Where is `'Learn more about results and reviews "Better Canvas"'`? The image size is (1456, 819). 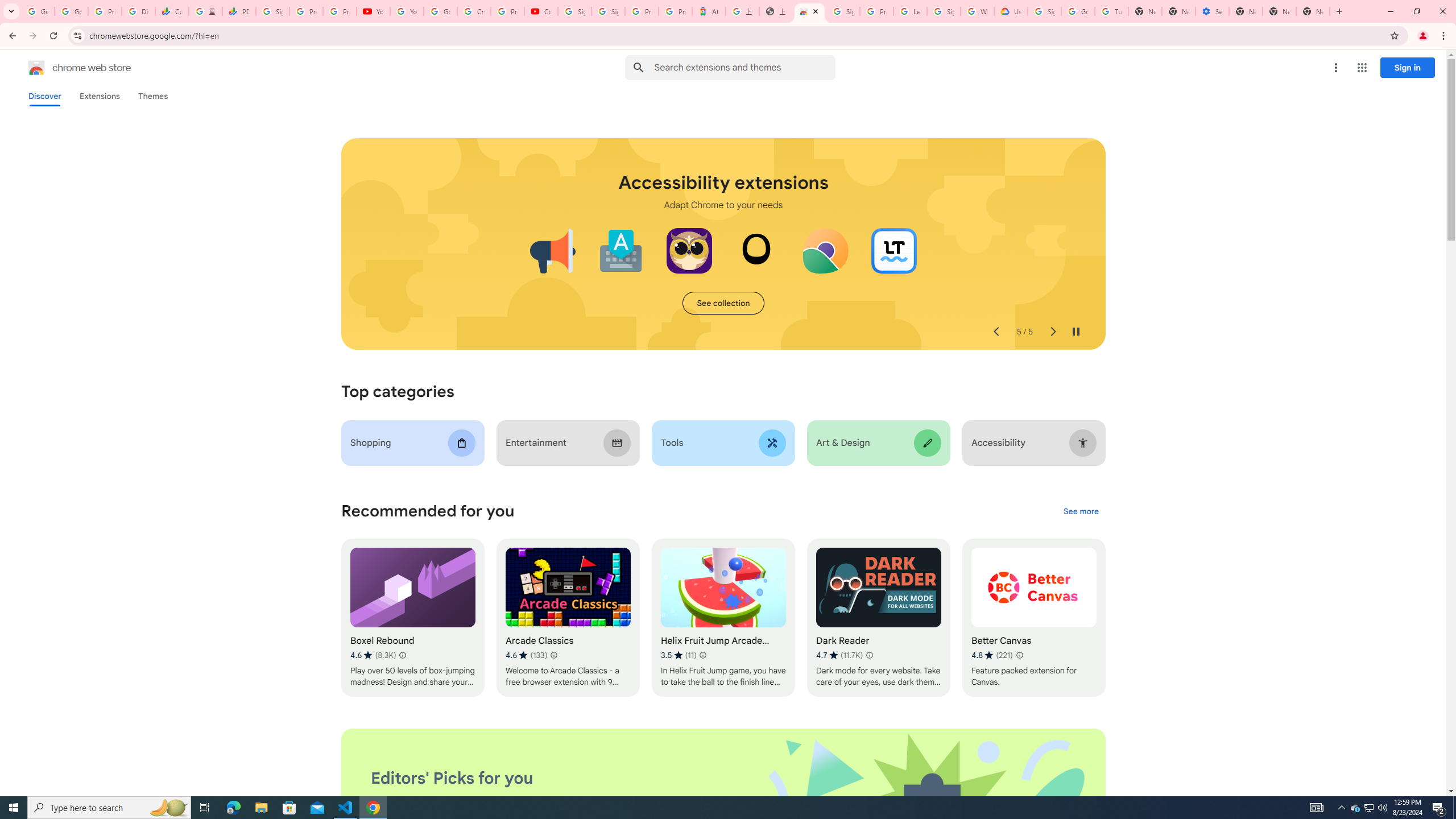
'Learn more about results and reviews "Better Canvas"' is located at coordinates (1019, 655).